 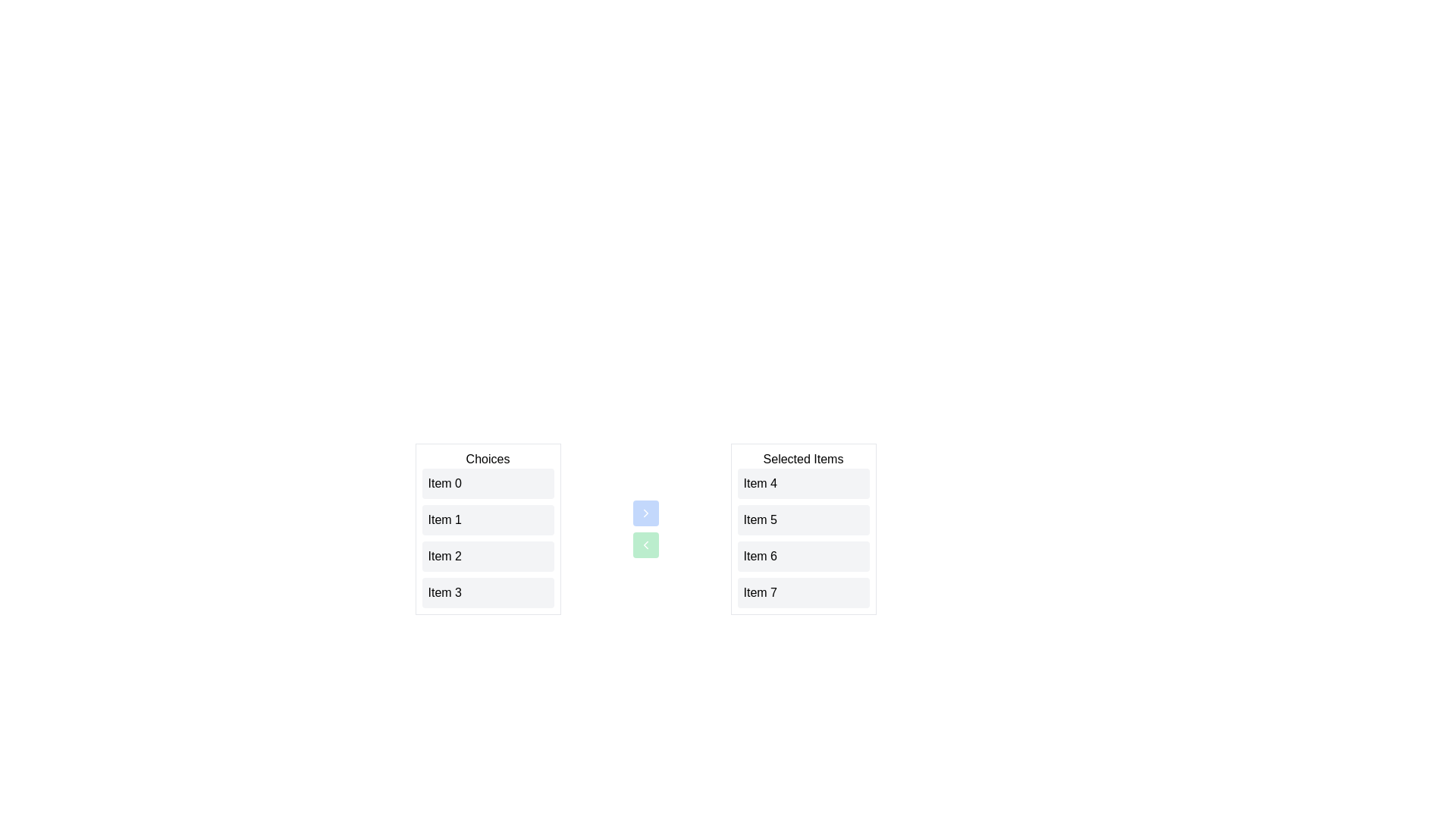 What do you see at coordinates (760, 483) in the screenshot?
I see `the text label representing 'Item 4' in the 'Selected Items' column by moving the cursor to its center point` at bounding box center [760, 483].